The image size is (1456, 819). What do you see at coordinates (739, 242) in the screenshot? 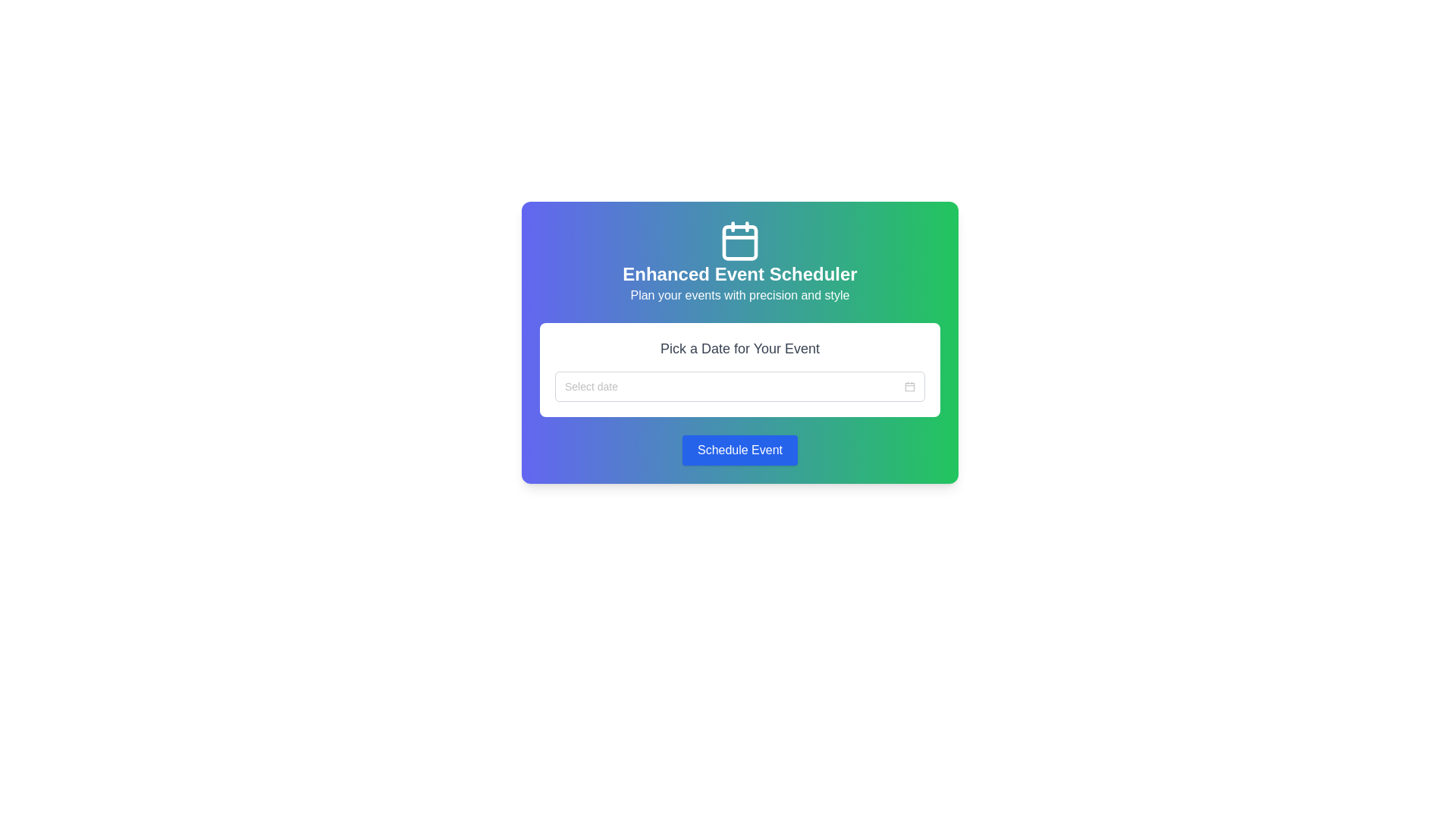
I see `the central bottom area of the calendar icon, which is part of a larger SVG element representing the calendar graphic` at bounding box center [739, 242].